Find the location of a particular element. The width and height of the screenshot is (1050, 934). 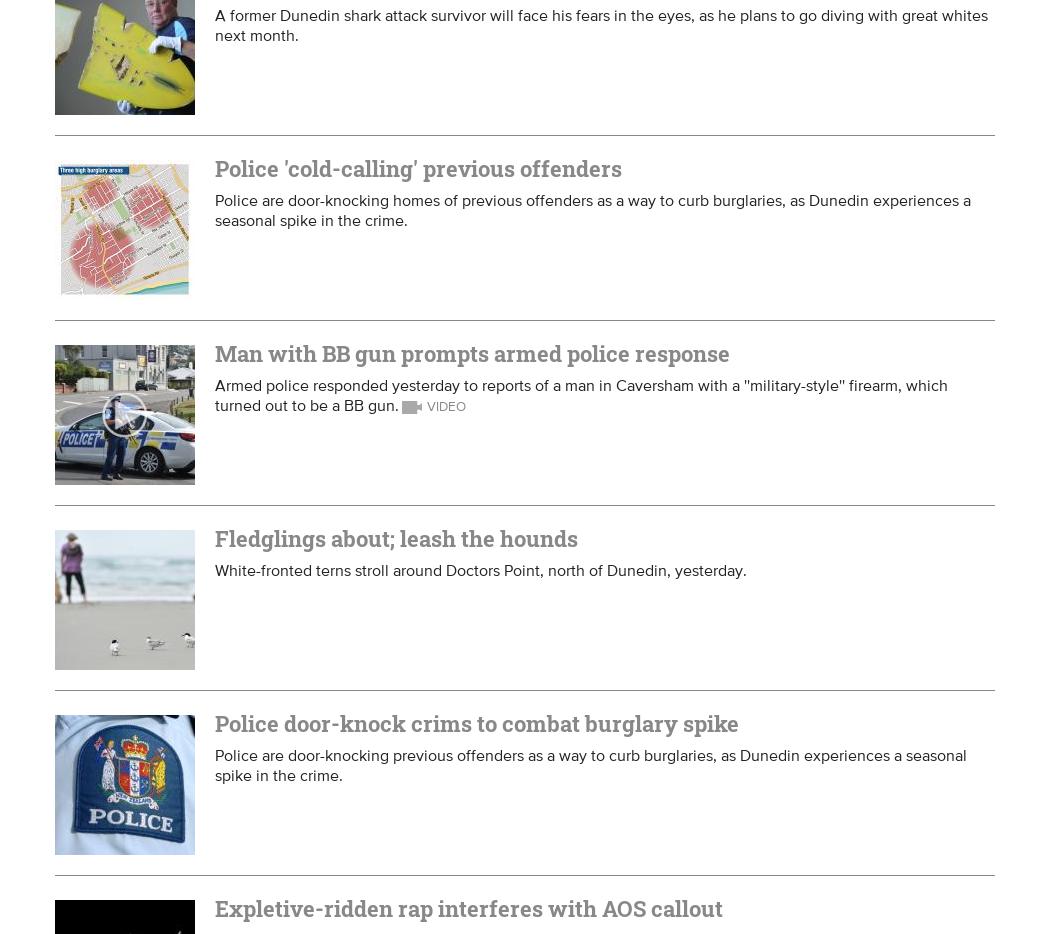

'Police are door-knocking previous offenders as a way to curb burglaries, as Dunedin experiences a seasonal spike in the crime.' is located at coordinates (590, 764).